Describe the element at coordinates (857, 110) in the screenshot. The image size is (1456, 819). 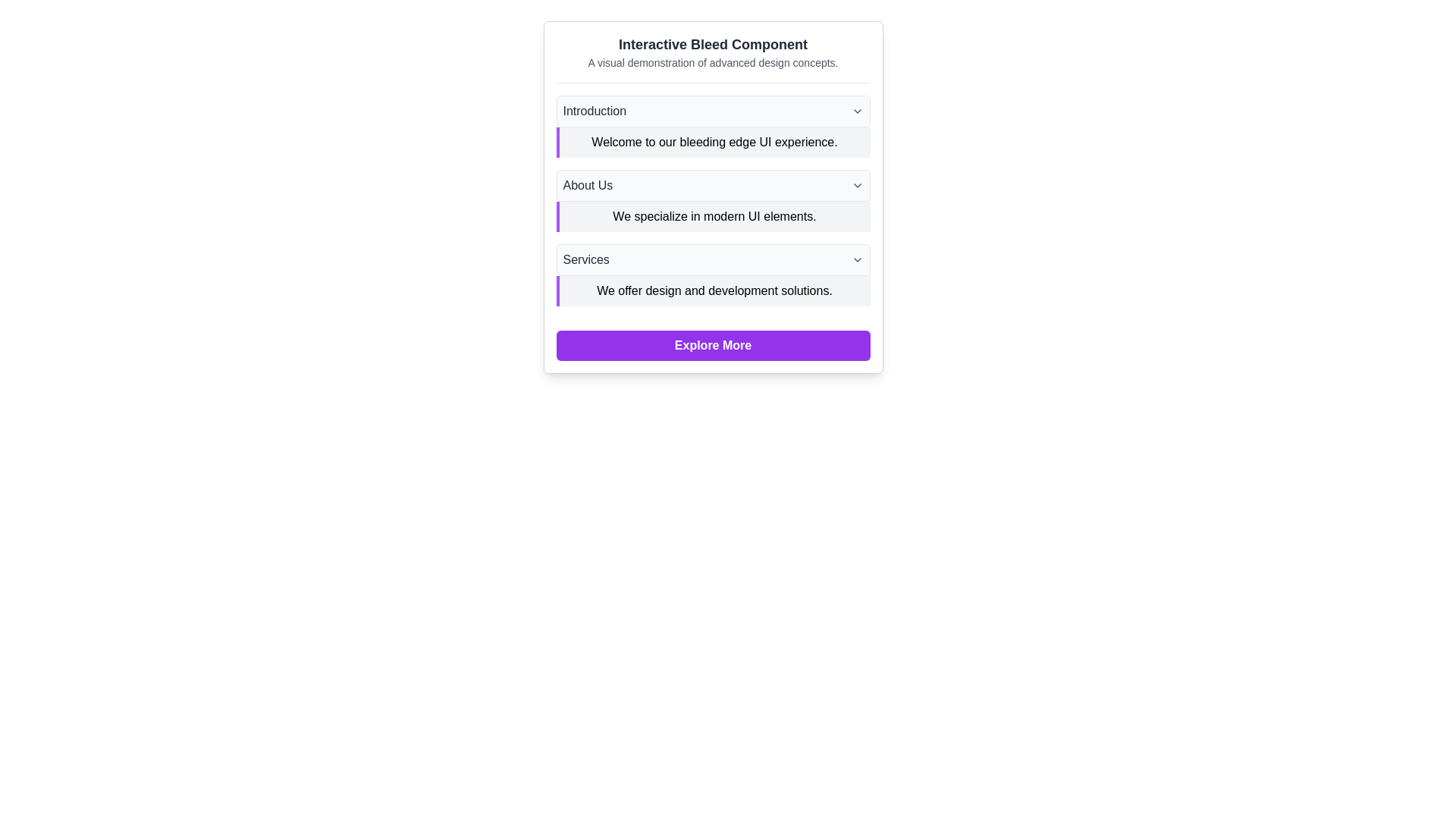
I see `the chevron icon at the far-right end of the 'Introduction' section` at that location.